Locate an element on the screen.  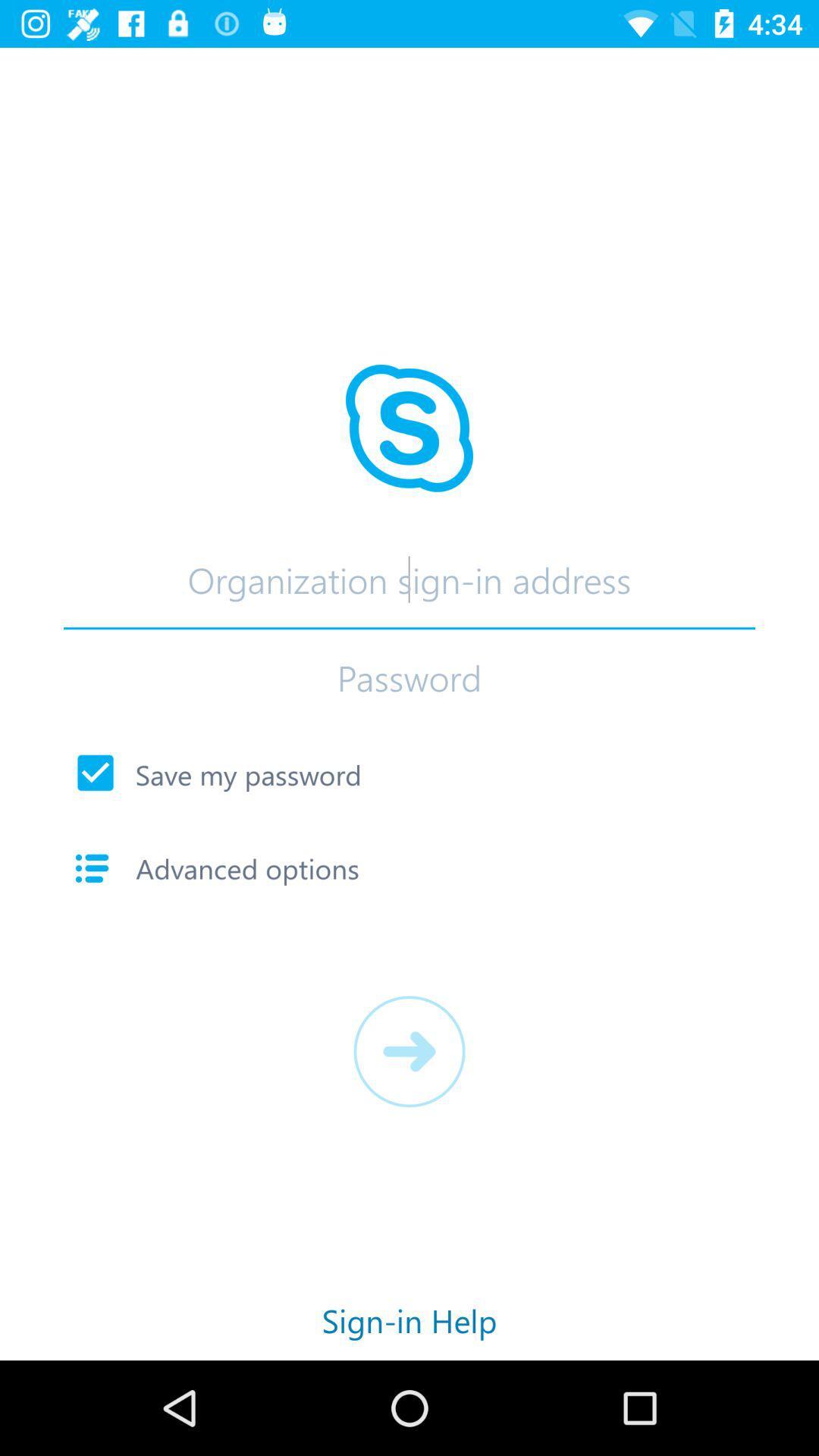
app below advanced options icon is located at coordinates (409, 1050).